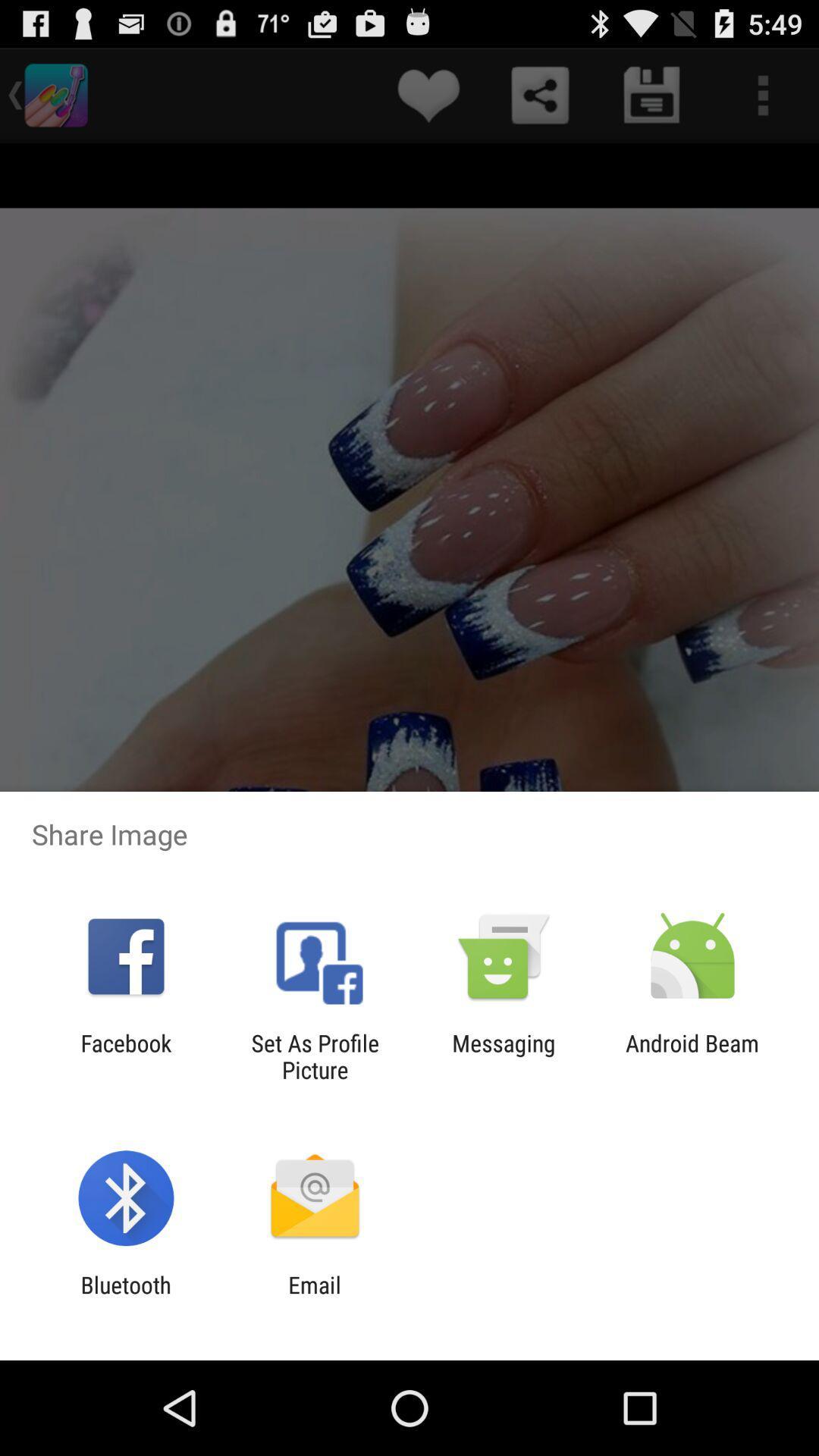 The width and height of the screenshot is (819, 1456). Describe the element at coordinates (125, 1056) in the screenshot. I see `the facebook icon` at that location.